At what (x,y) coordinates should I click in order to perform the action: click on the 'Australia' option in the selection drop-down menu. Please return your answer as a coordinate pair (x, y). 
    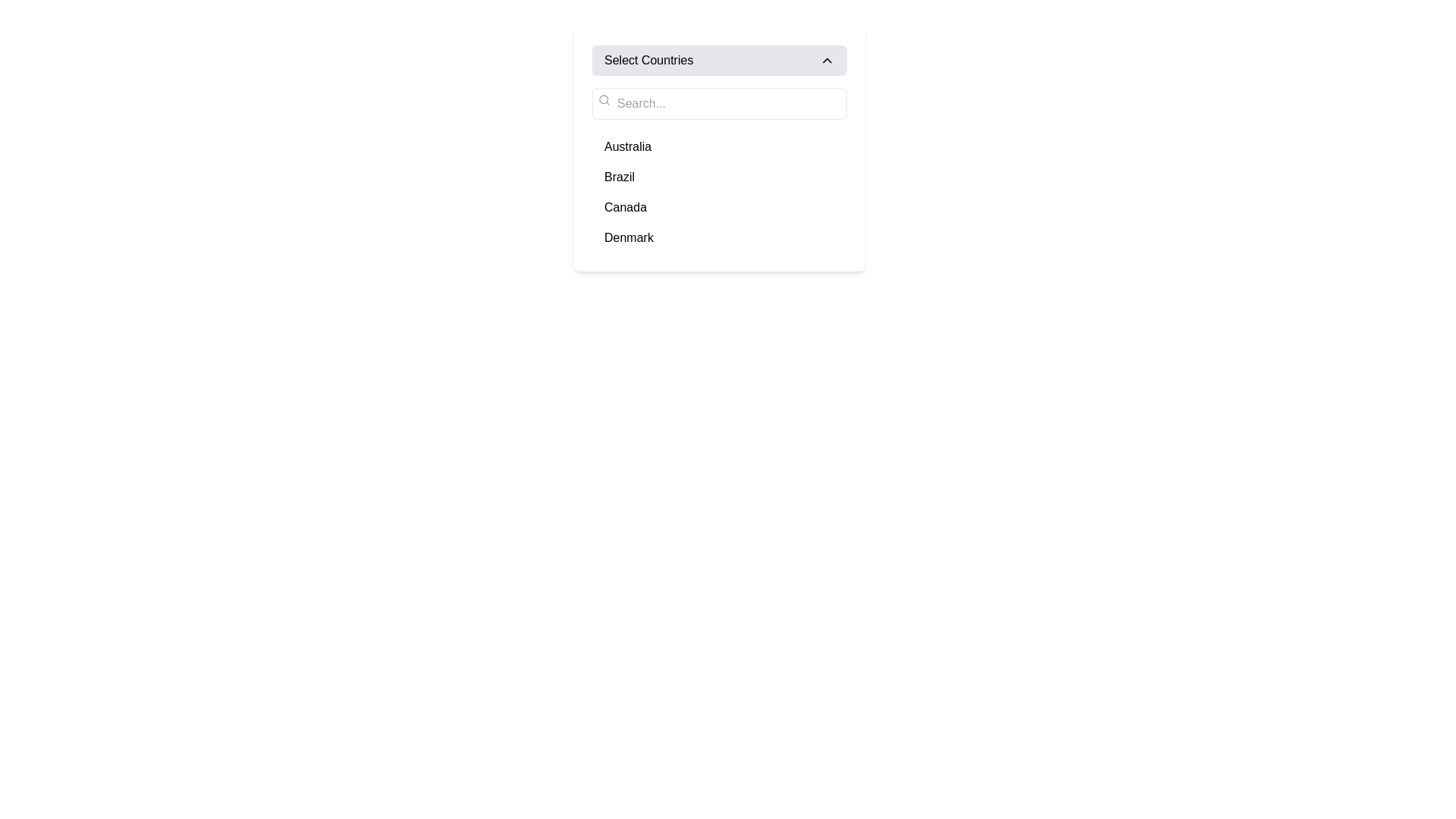
    Looking at the image, I should click on (719, 149).